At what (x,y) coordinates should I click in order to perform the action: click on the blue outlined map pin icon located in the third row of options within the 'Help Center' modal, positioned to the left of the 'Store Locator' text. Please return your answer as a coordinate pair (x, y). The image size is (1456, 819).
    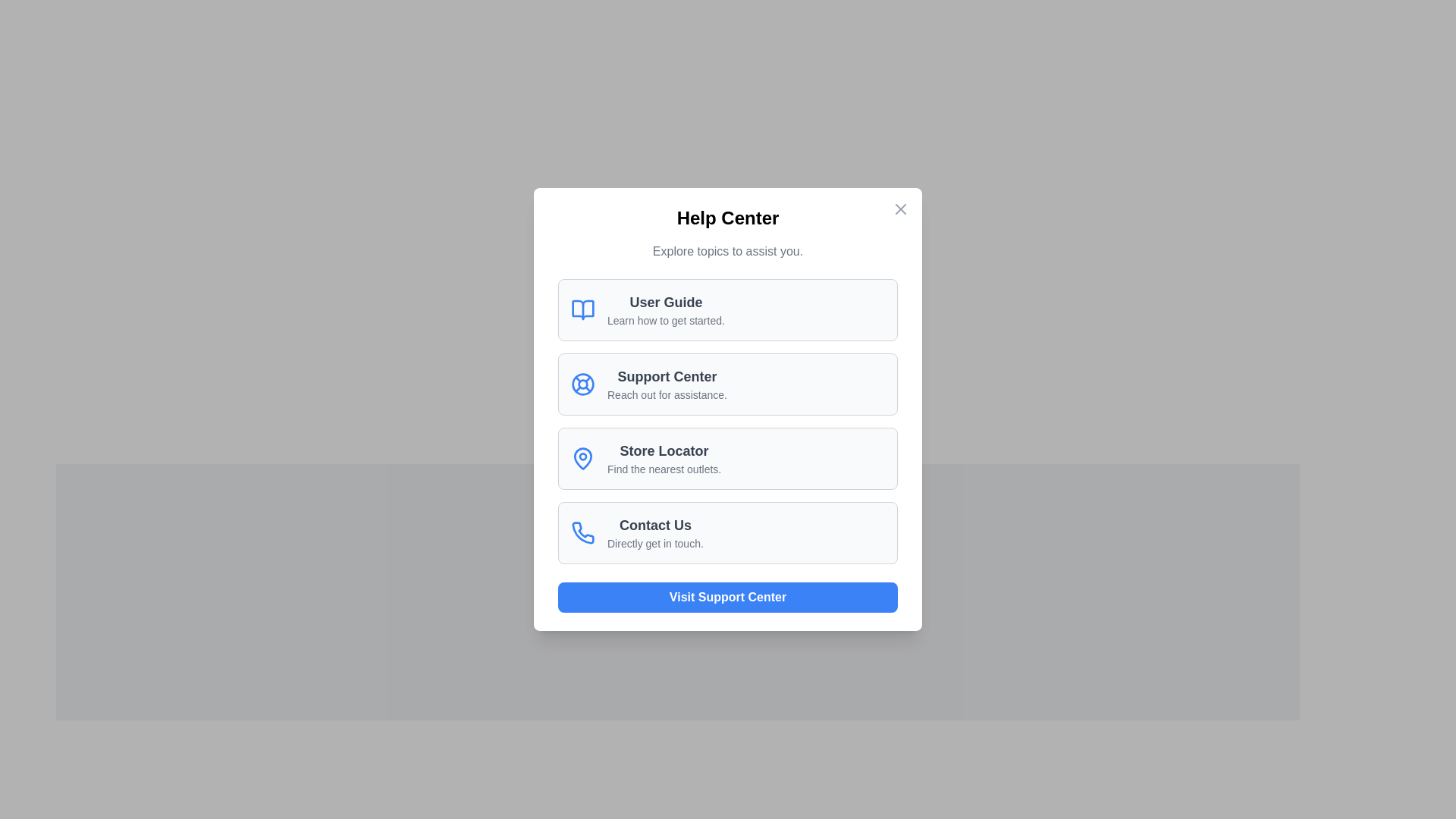
    Looking at the image, I should click on (582, 458).